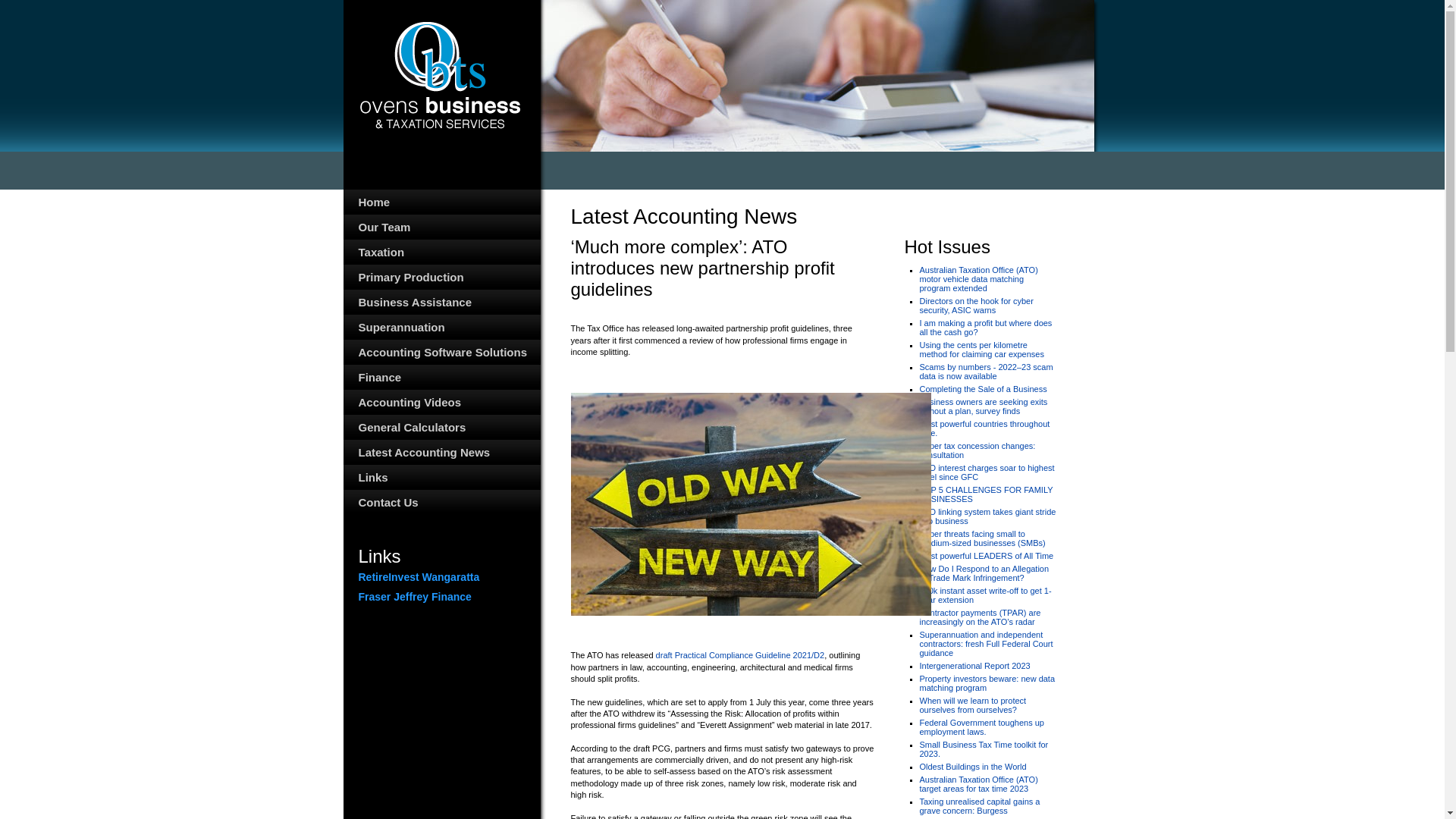  What do you see at coordinates (440, 476) in the screenshot?
I see `'Links'` at bounding box center [440, 476].